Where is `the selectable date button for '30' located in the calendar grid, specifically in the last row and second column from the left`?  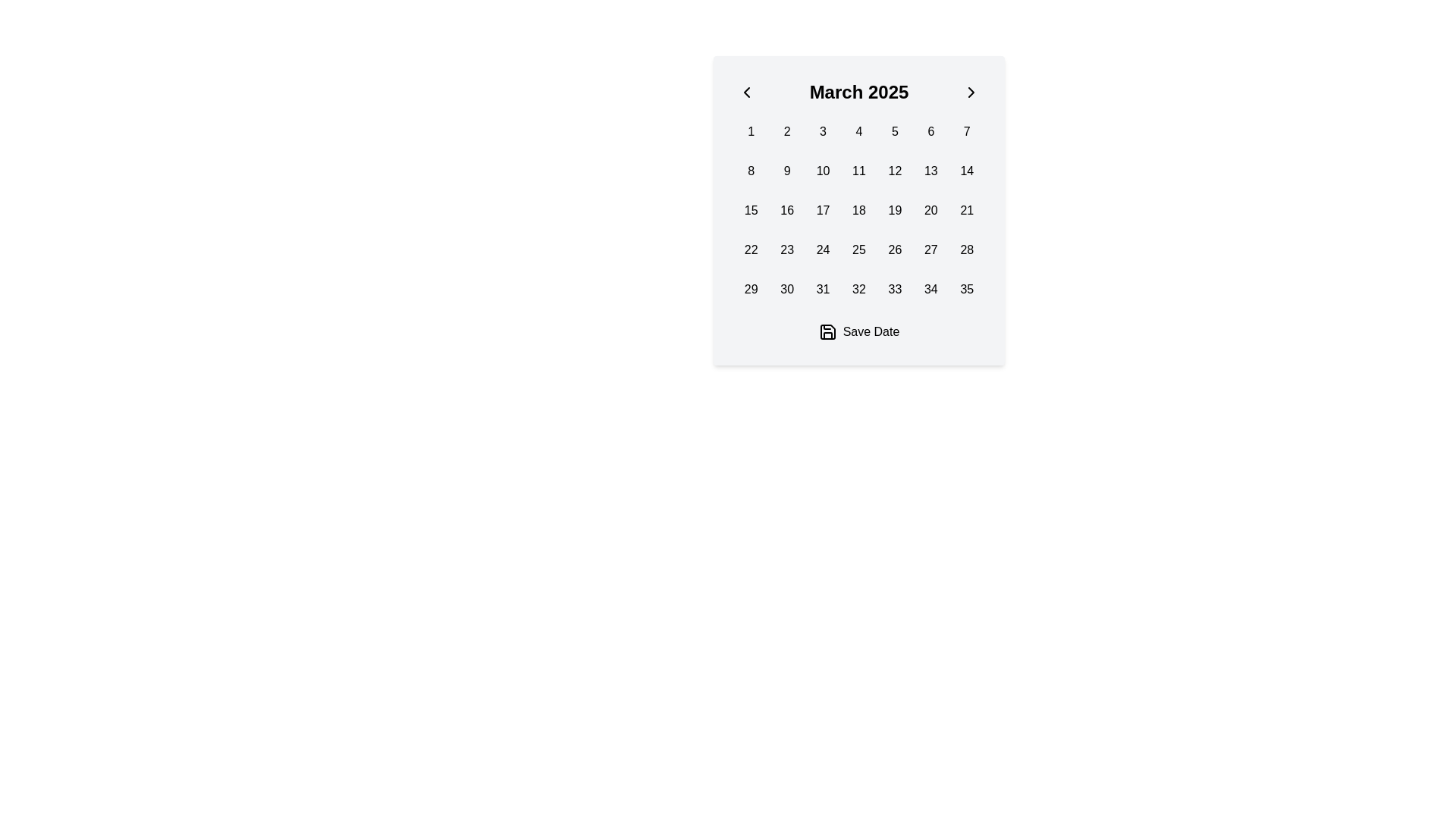
the selectable date button for '30' located in the calendar grid, specifically in the last row and second column from the left is located at coordinates (787, 289).